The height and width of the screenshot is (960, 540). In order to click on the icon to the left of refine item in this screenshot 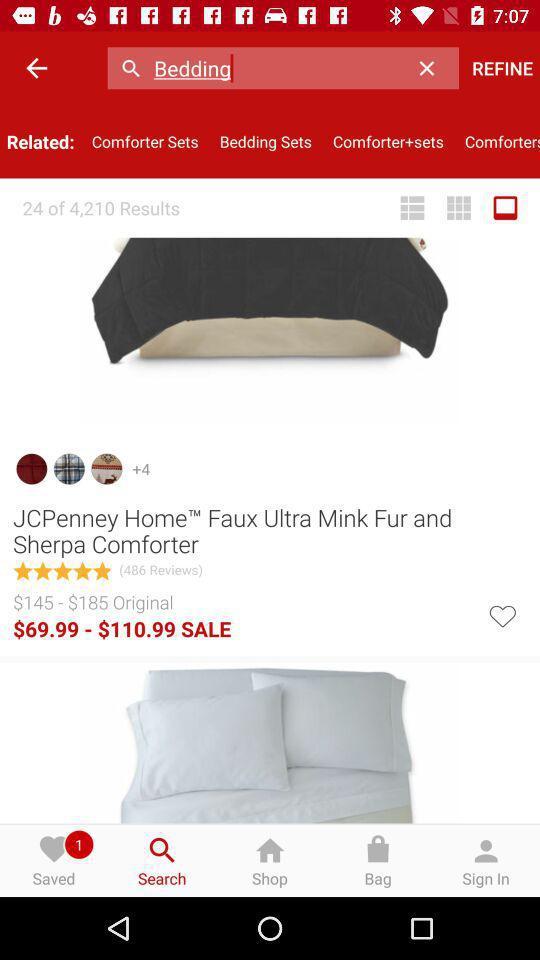, I will do `click(431, 68)`.